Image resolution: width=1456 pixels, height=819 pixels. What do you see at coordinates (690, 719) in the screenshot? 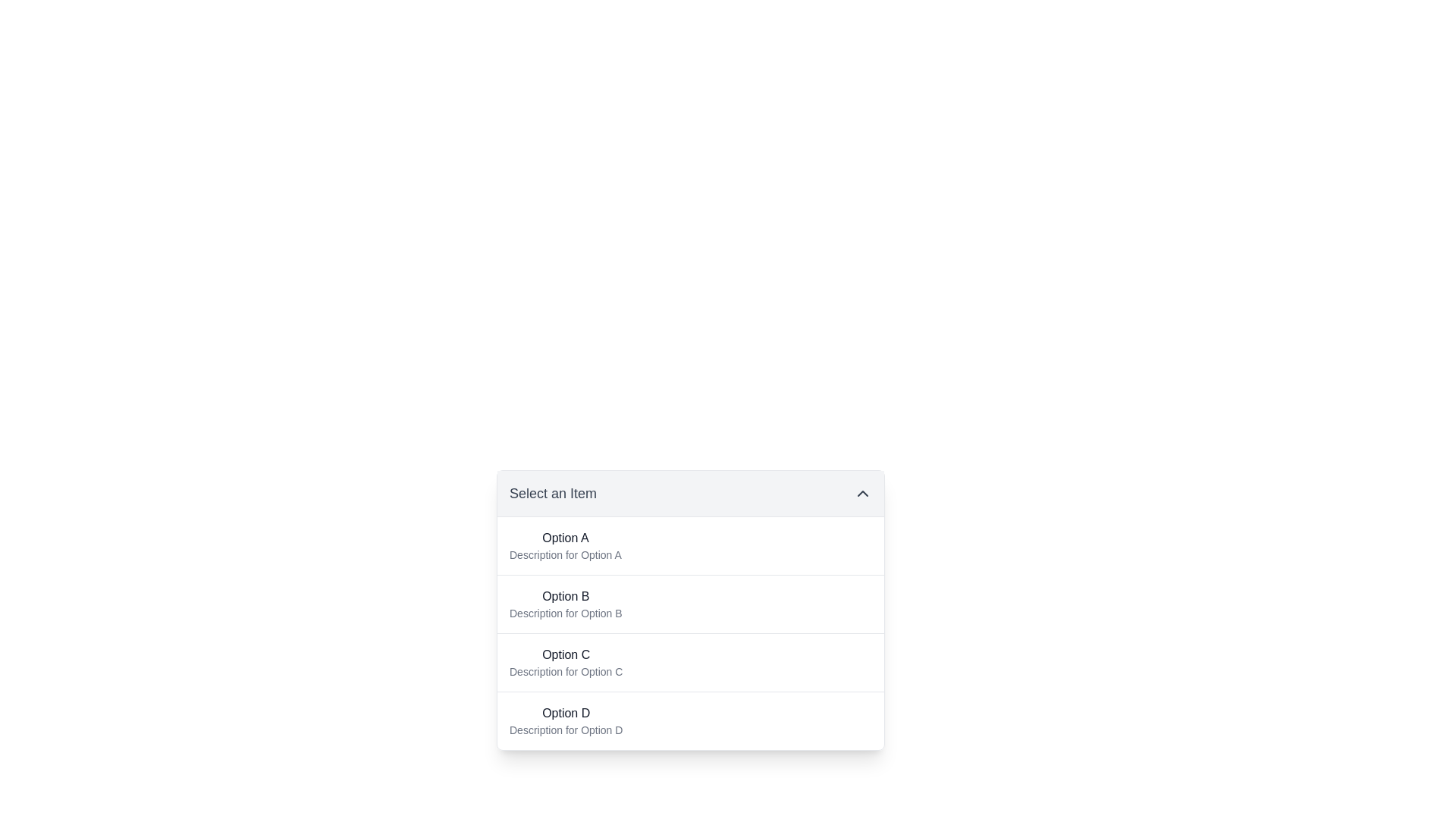
I see `the fourth item in the dropdown list, which represents 'Option D'` at bounding box center [690, 719].